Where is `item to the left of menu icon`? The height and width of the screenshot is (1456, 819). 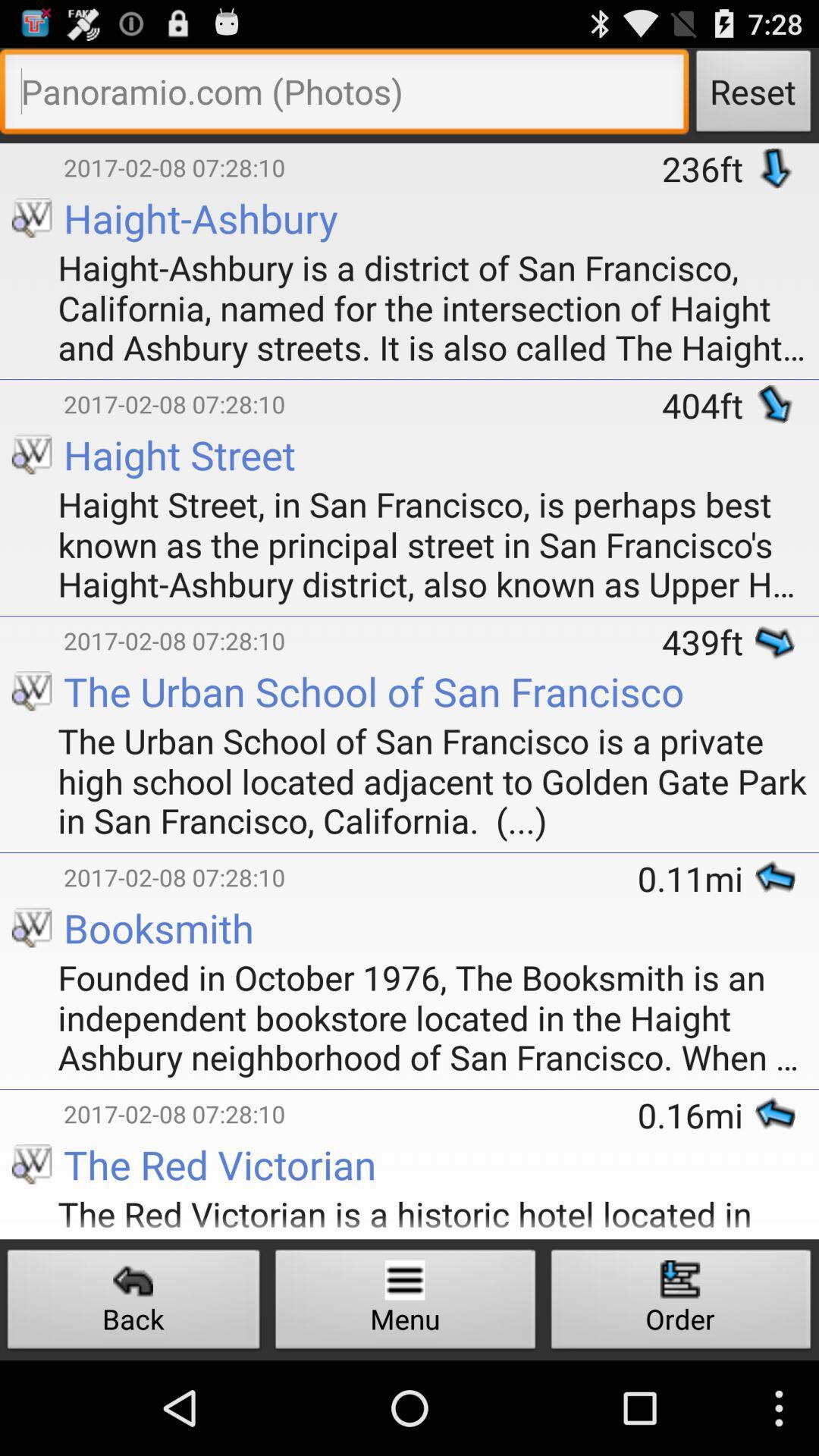 item to the left of menu icon is located at coordinates (133, 1303).